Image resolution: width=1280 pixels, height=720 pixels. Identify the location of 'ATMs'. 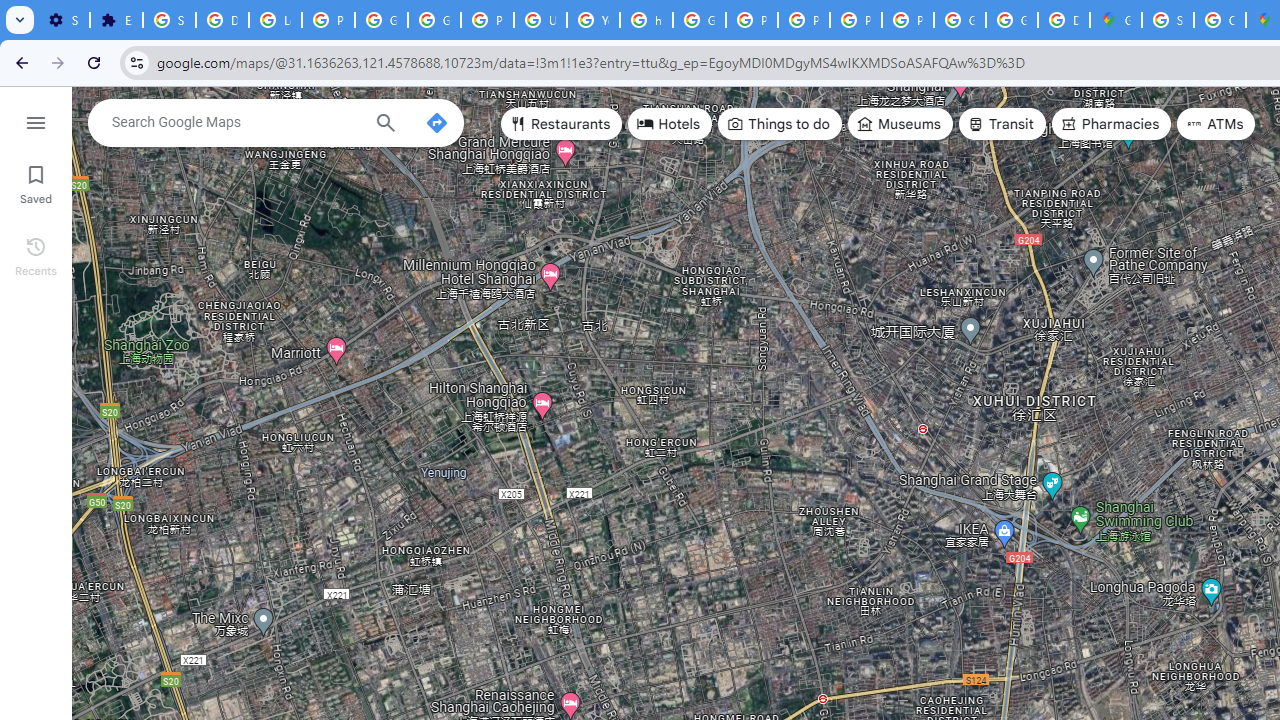
(1215, 124).